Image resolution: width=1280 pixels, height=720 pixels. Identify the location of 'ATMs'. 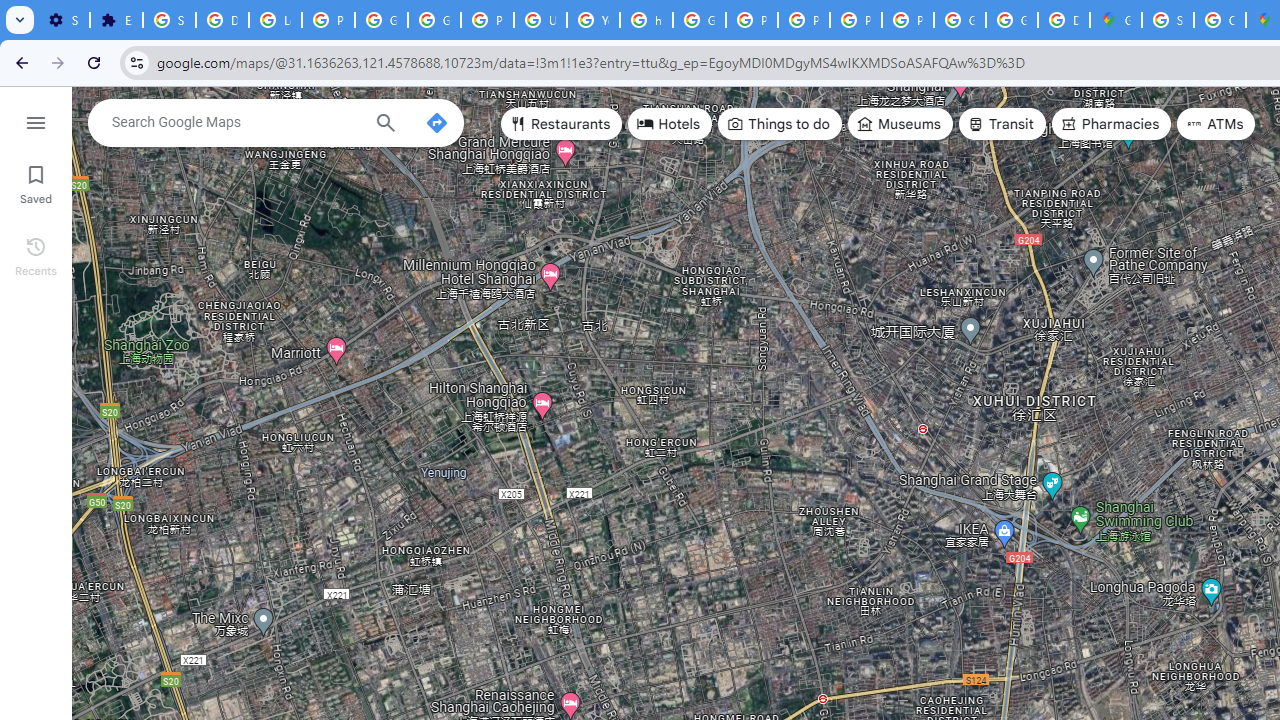
(1215, 124).